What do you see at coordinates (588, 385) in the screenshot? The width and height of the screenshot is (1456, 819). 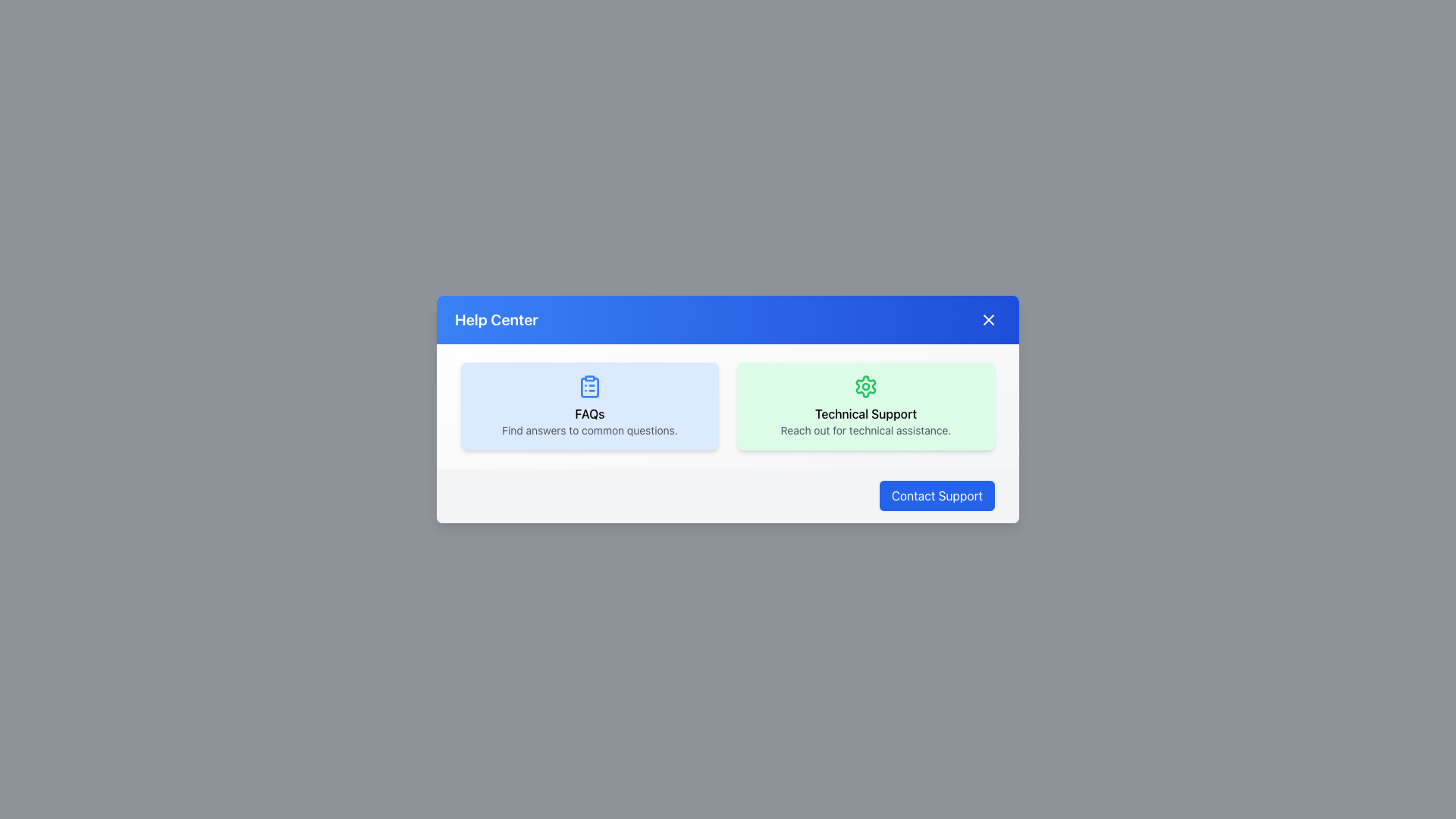 I see `the clipboard icon styled element located above the 'FAQs' text in the 'Help Center' interface` at bounding box center [588, 385].